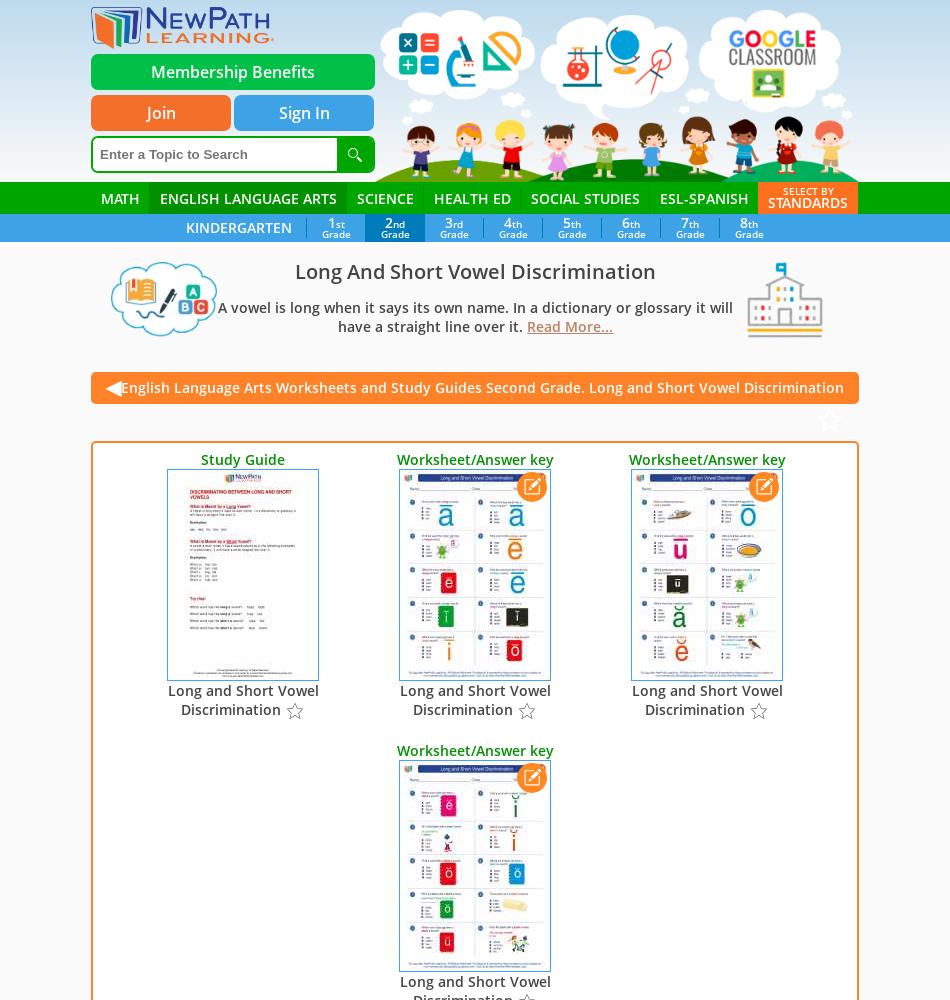 This screenshot has height=1000, width=950. I want to click on 'ESL-Spanish', so click(704, 197).